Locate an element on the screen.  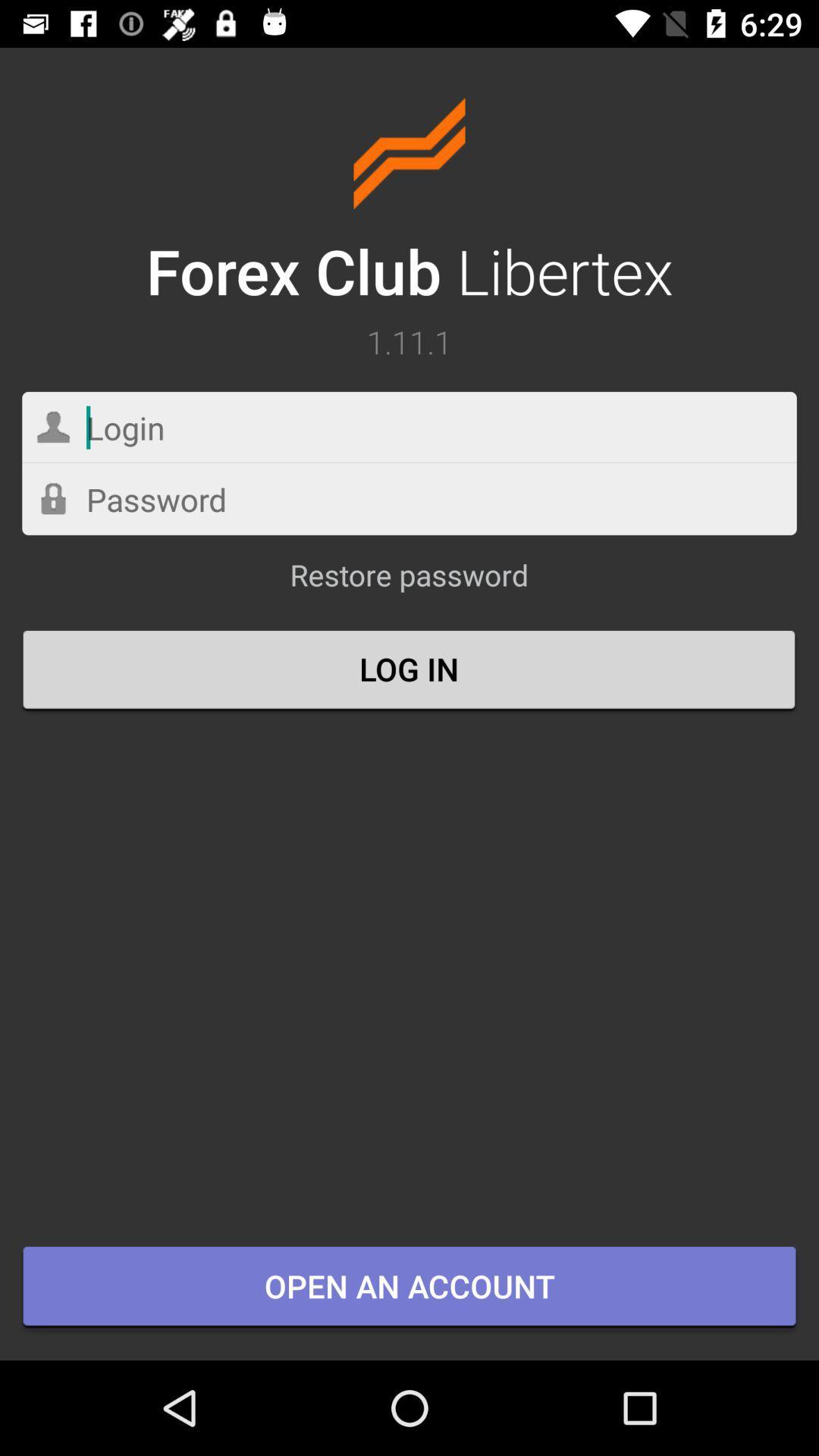
the log in item is located at coordinates (409, 670).